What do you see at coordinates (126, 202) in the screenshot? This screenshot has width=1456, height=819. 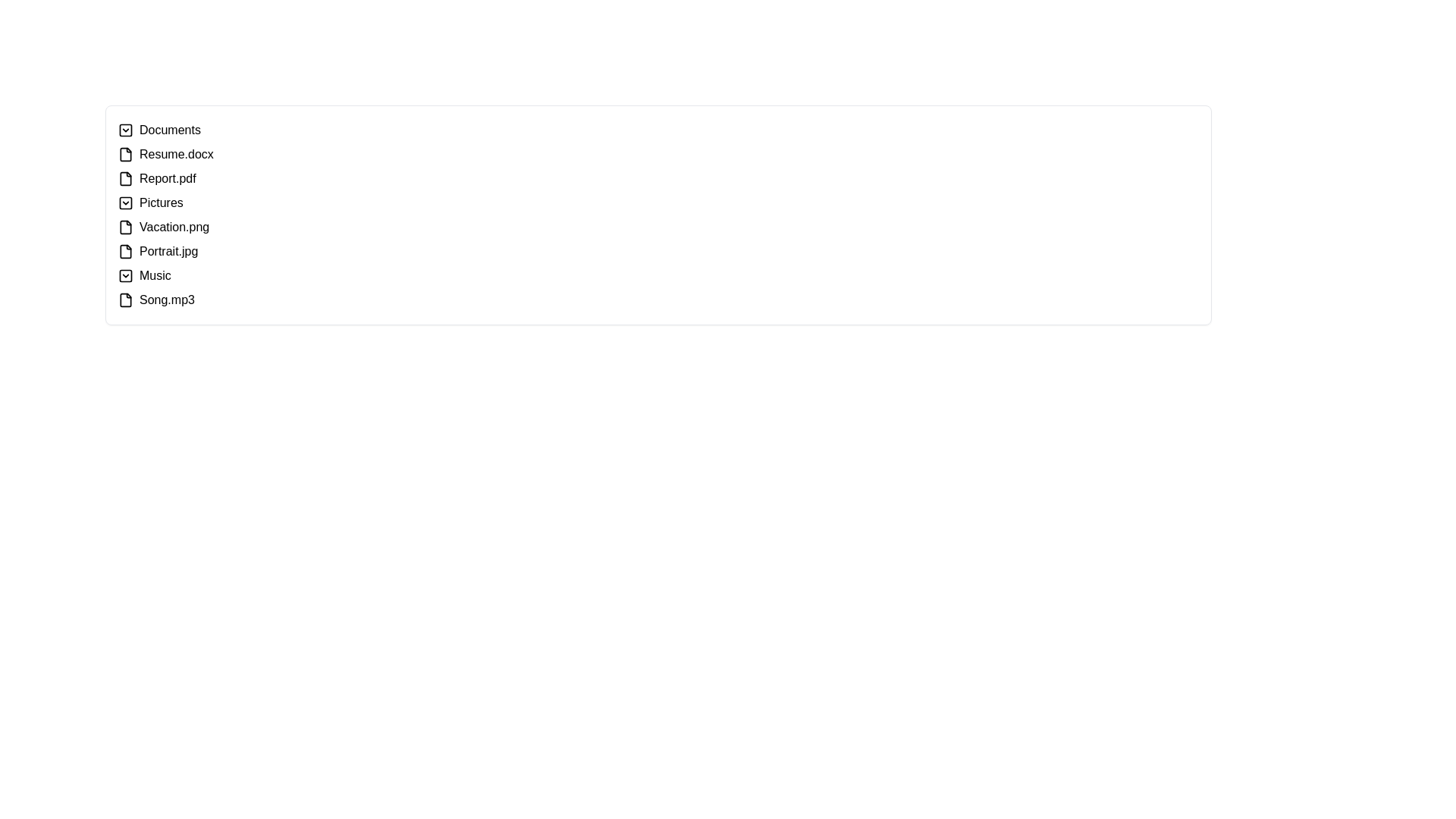 I see `the downward-facing chevron icon within the 'Pictures' file list item, which is positioned to the left of the label 'Pictures'` at bounding box center [126, 202].